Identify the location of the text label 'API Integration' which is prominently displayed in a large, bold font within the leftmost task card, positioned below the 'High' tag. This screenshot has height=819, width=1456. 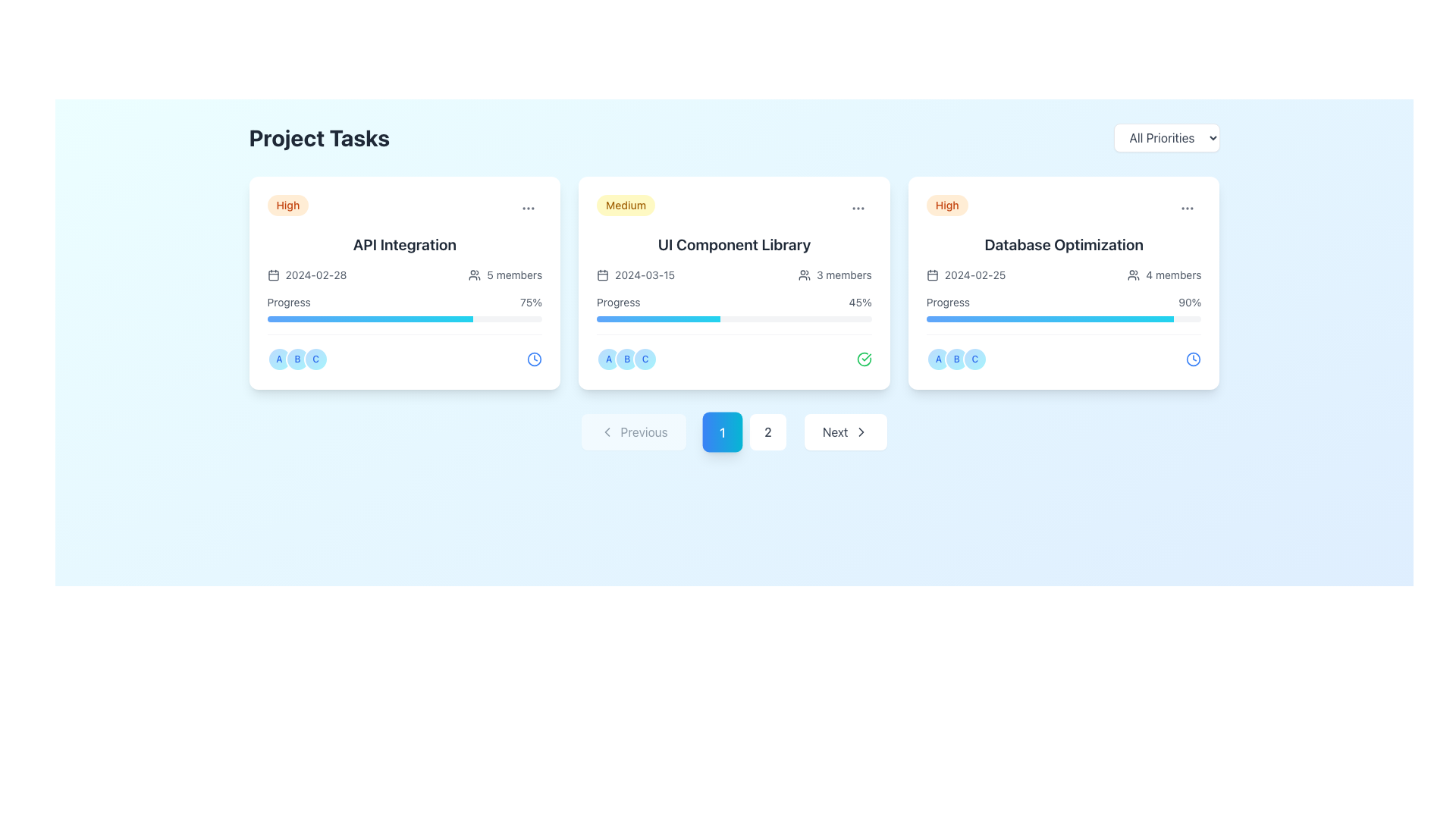
(404, 244).